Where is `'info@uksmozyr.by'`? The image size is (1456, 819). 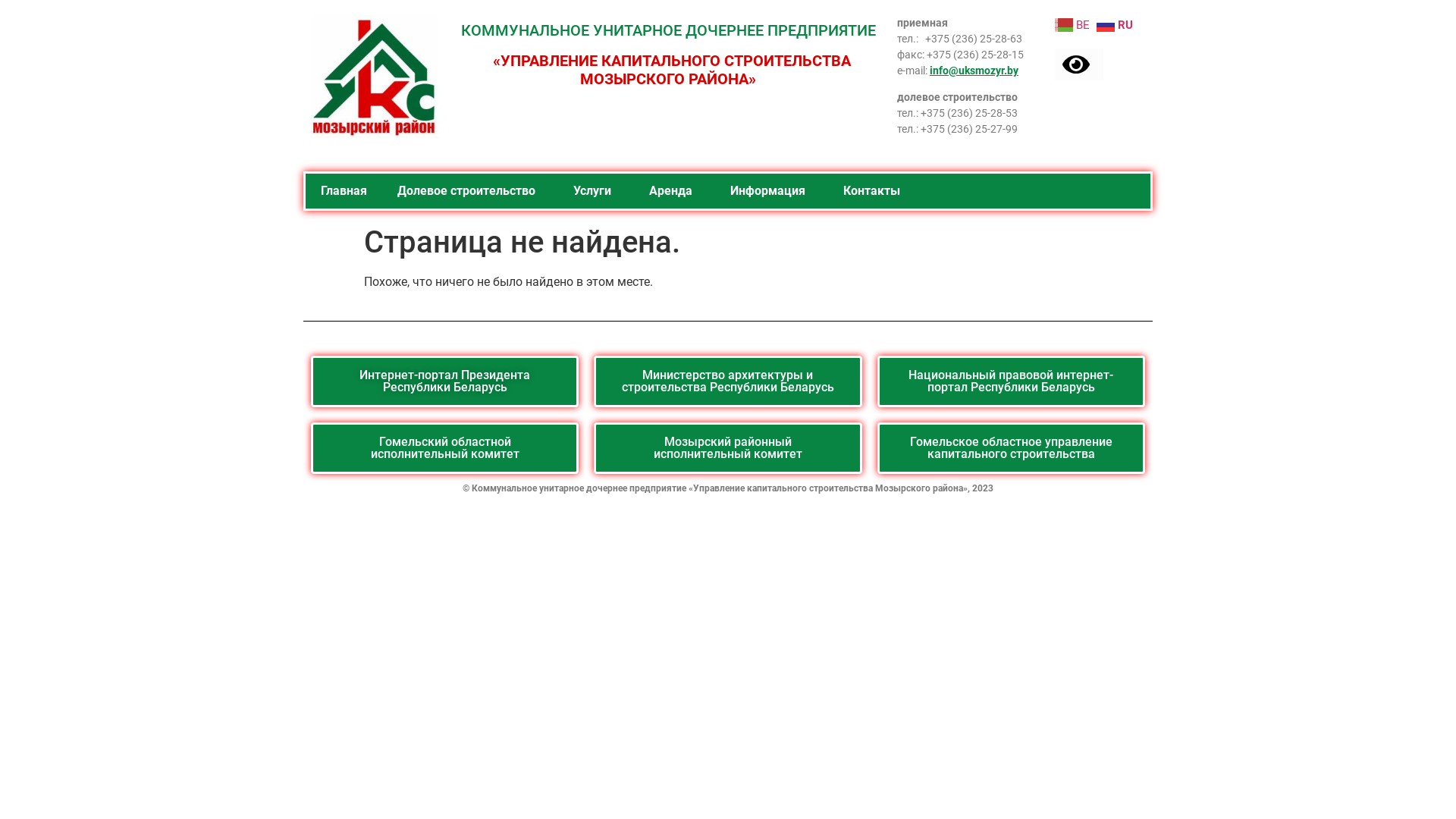 'info@uksmozyr.by' is located at coordinates (974, 70).